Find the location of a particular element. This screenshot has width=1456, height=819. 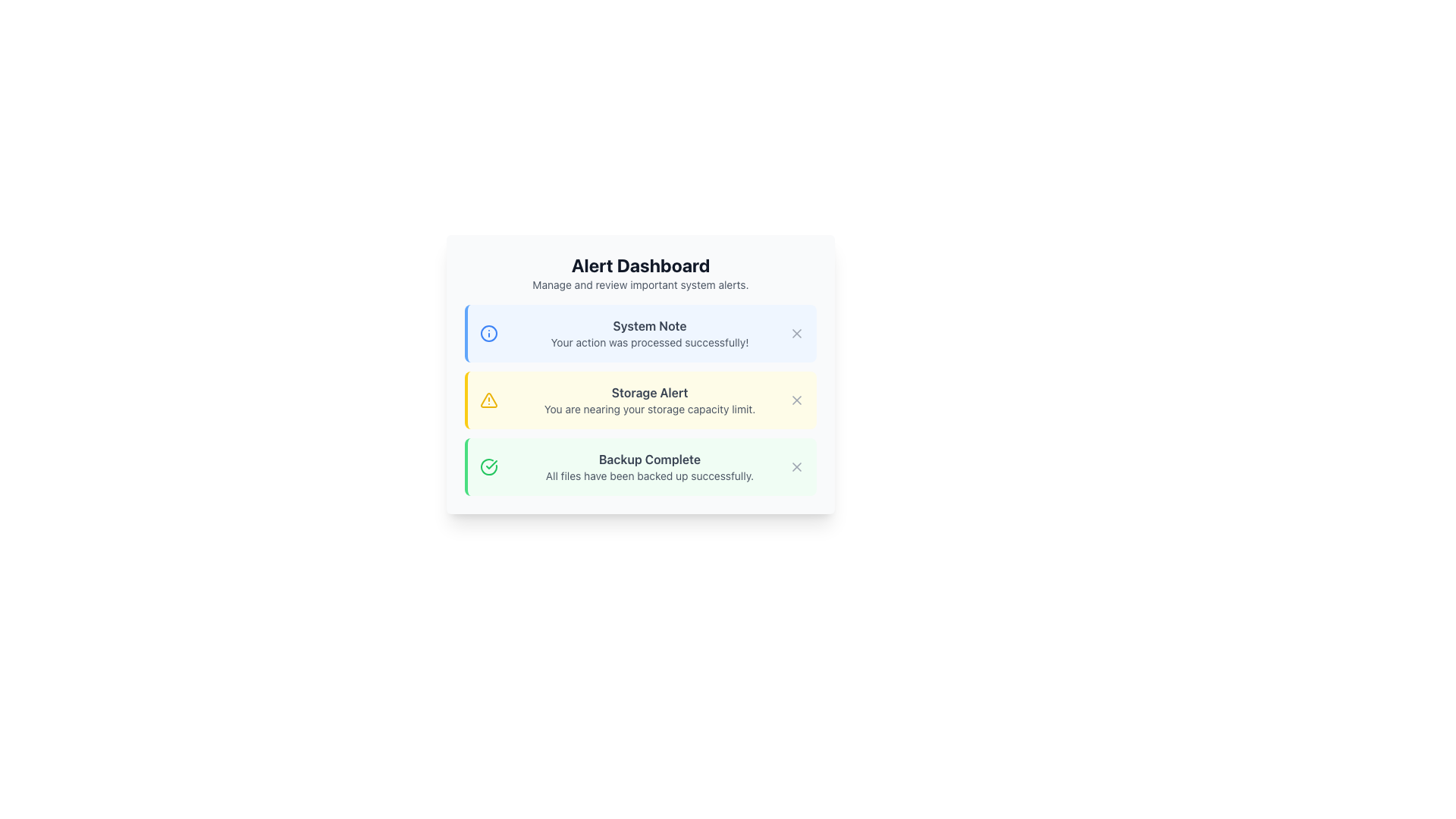

the static text label that reads 'You are nearing your storage capacity limit.' is located at coordinates (650, 409).